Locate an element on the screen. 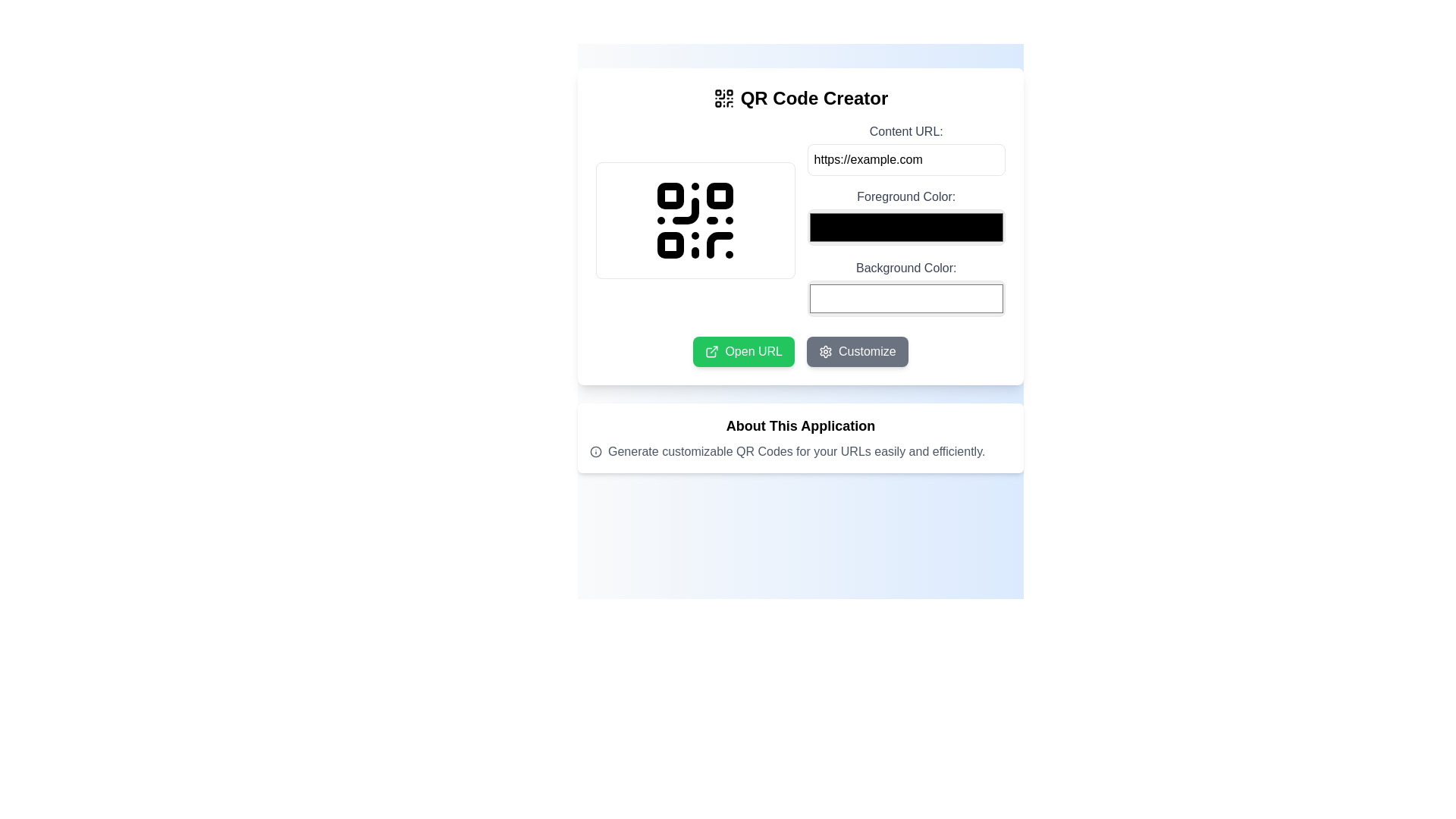  the Color input field, which is the third field in the vertical arrangement of fields, located under the 'Foreground Color' field is located at coordinates (906, 289).